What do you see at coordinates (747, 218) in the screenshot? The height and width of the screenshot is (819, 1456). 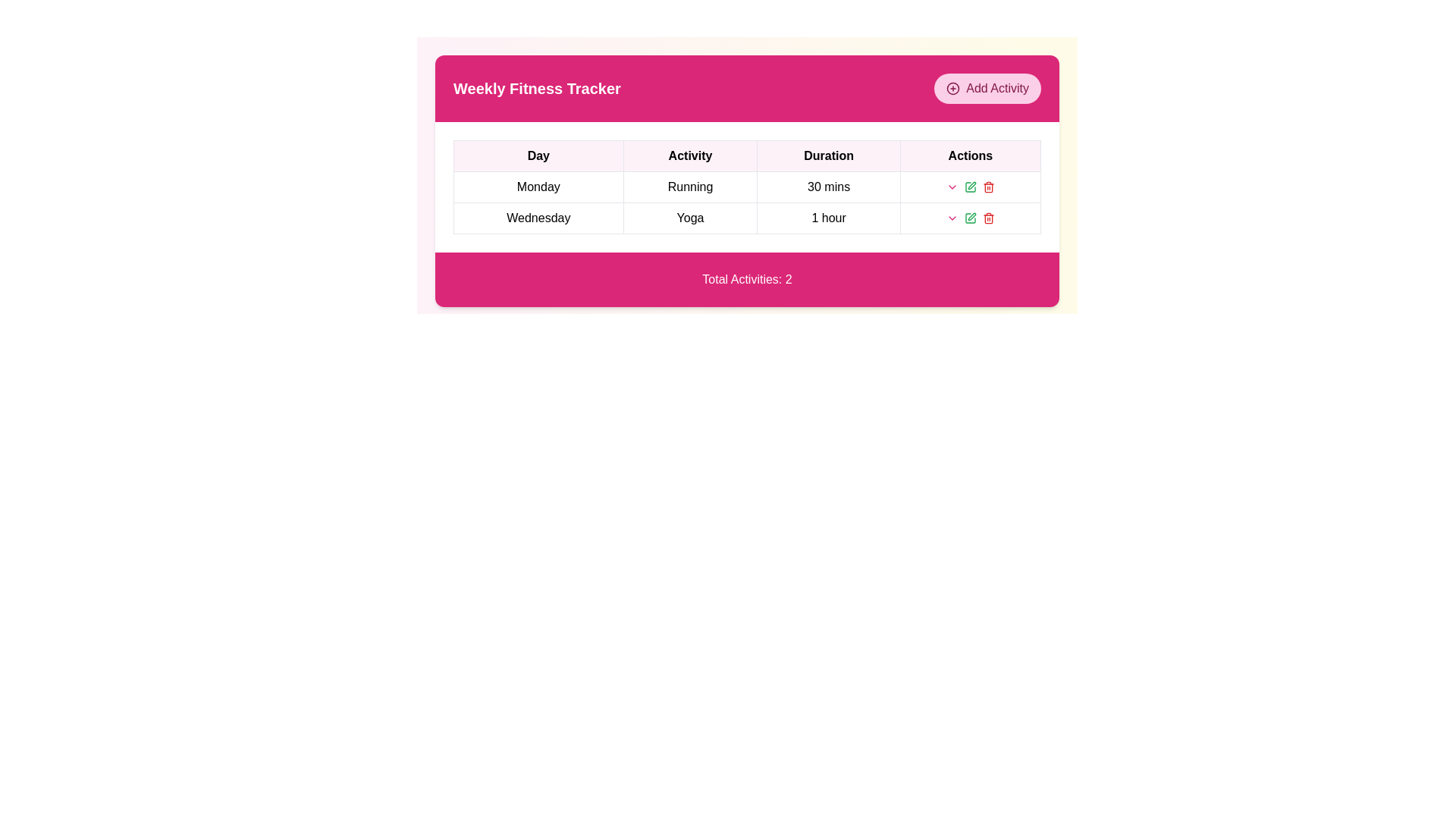 I see `the table row in the 'Weekly Fitness Tracker' section that contains 'Wednesday' under 'Day', 'Yoga' under 'Activity', and '1 hour' under 'Duration'` at bounding box center [747, 218].